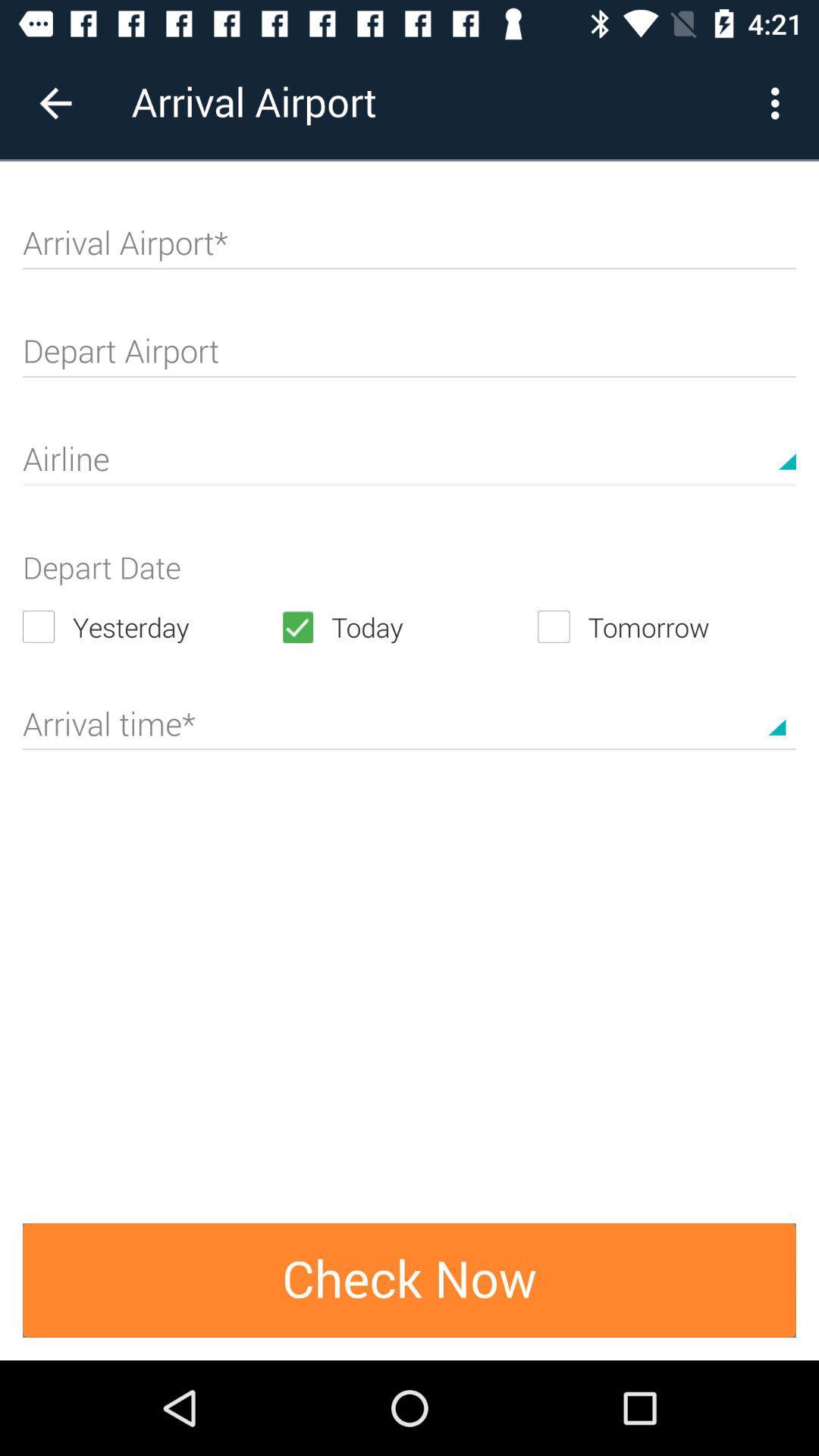 Image resolution: width=819 pixels, height=1456 pixels. What do you see at coordinates (55, 102) in the screenshot?
I see `the item next to arrival airport item` at bounding box center [55, 102].